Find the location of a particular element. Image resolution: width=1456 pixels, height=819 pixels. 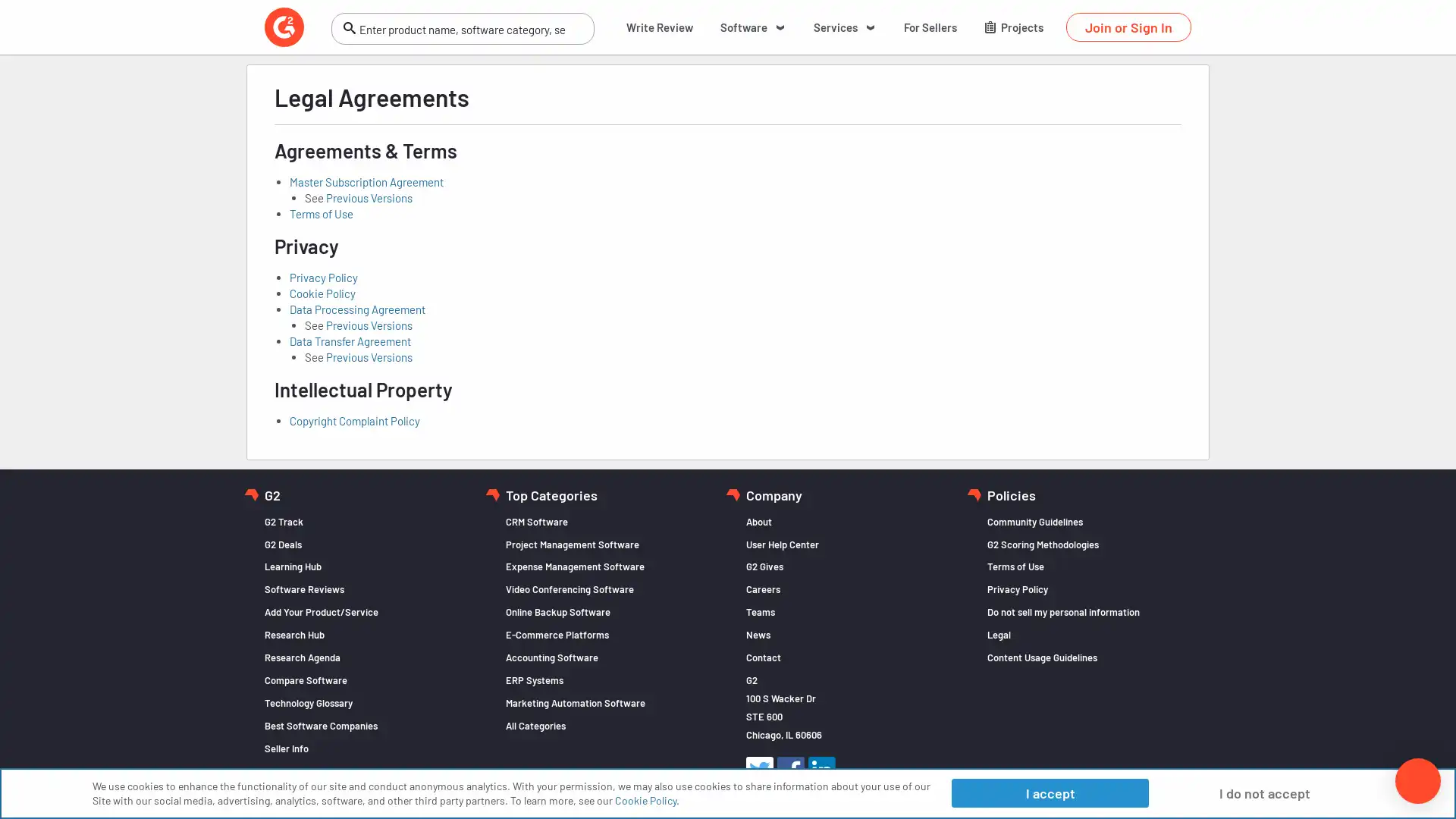

I accept is located at coordinates (1049, 792).